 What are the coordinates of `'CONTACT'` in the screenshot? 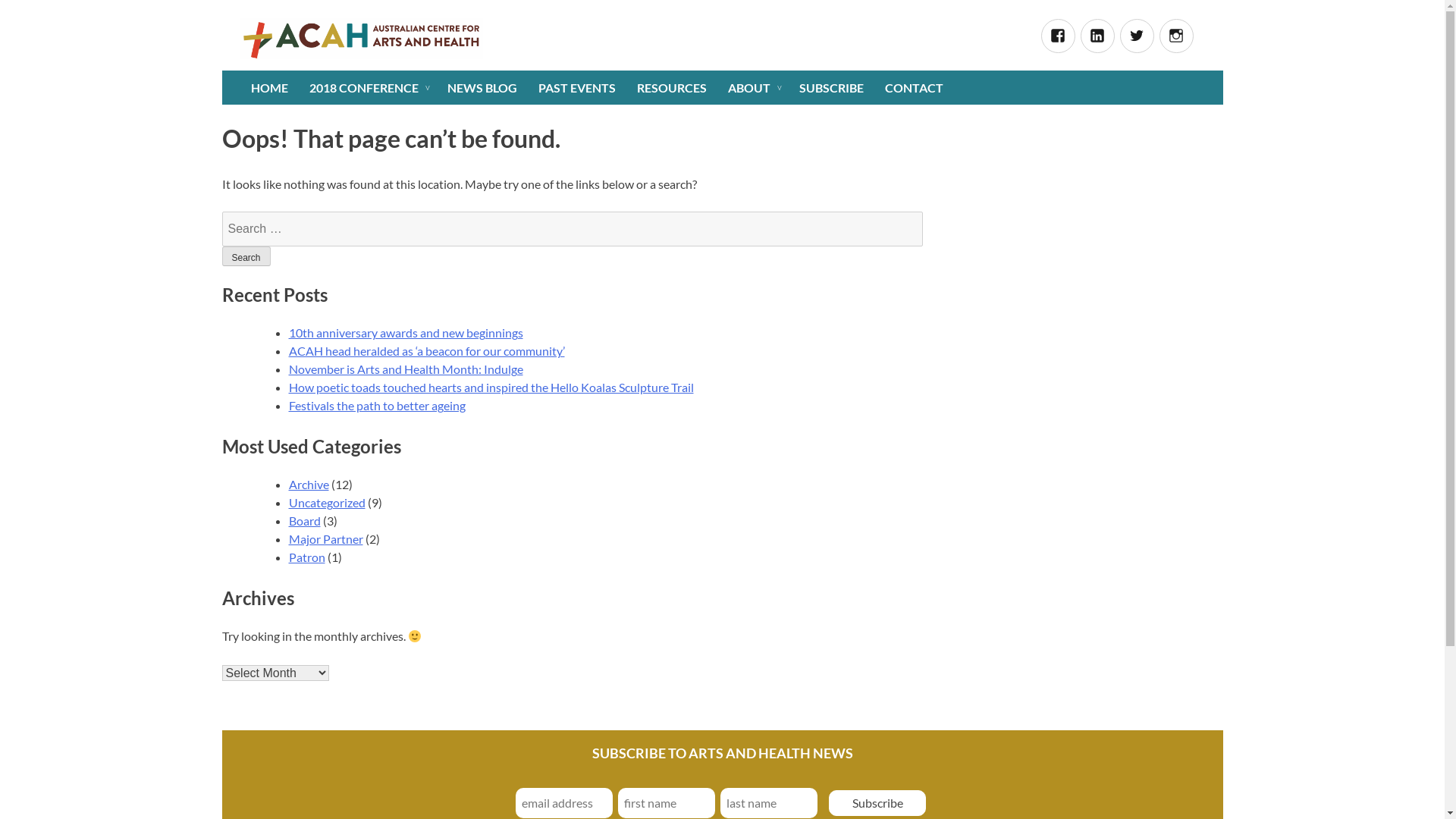 It's located at (912, 87).